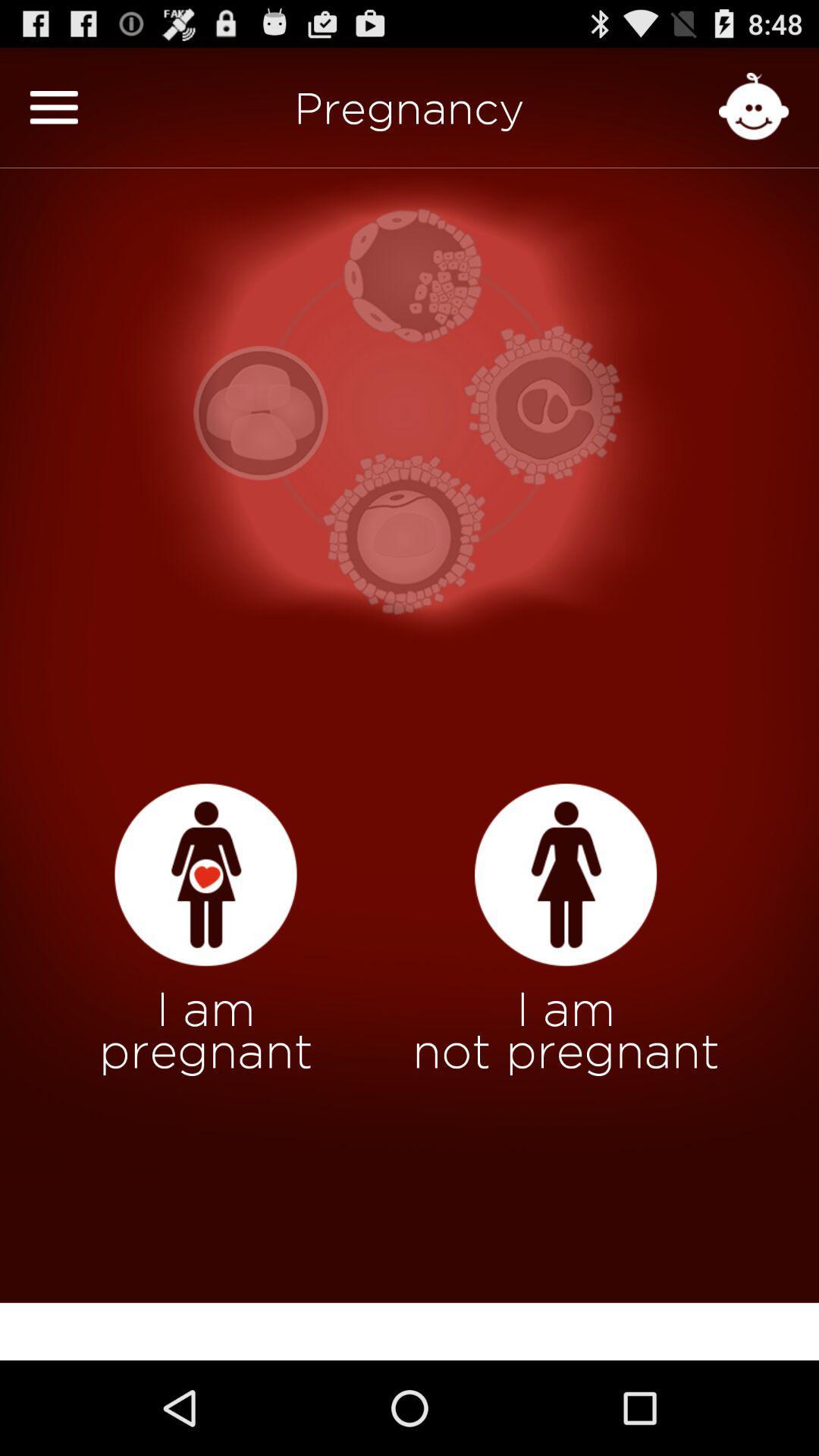 The image size is (819, 1456). Describe the element at coordinates (206, 875) in the screenshot. I see `i am pregnant` at that location.